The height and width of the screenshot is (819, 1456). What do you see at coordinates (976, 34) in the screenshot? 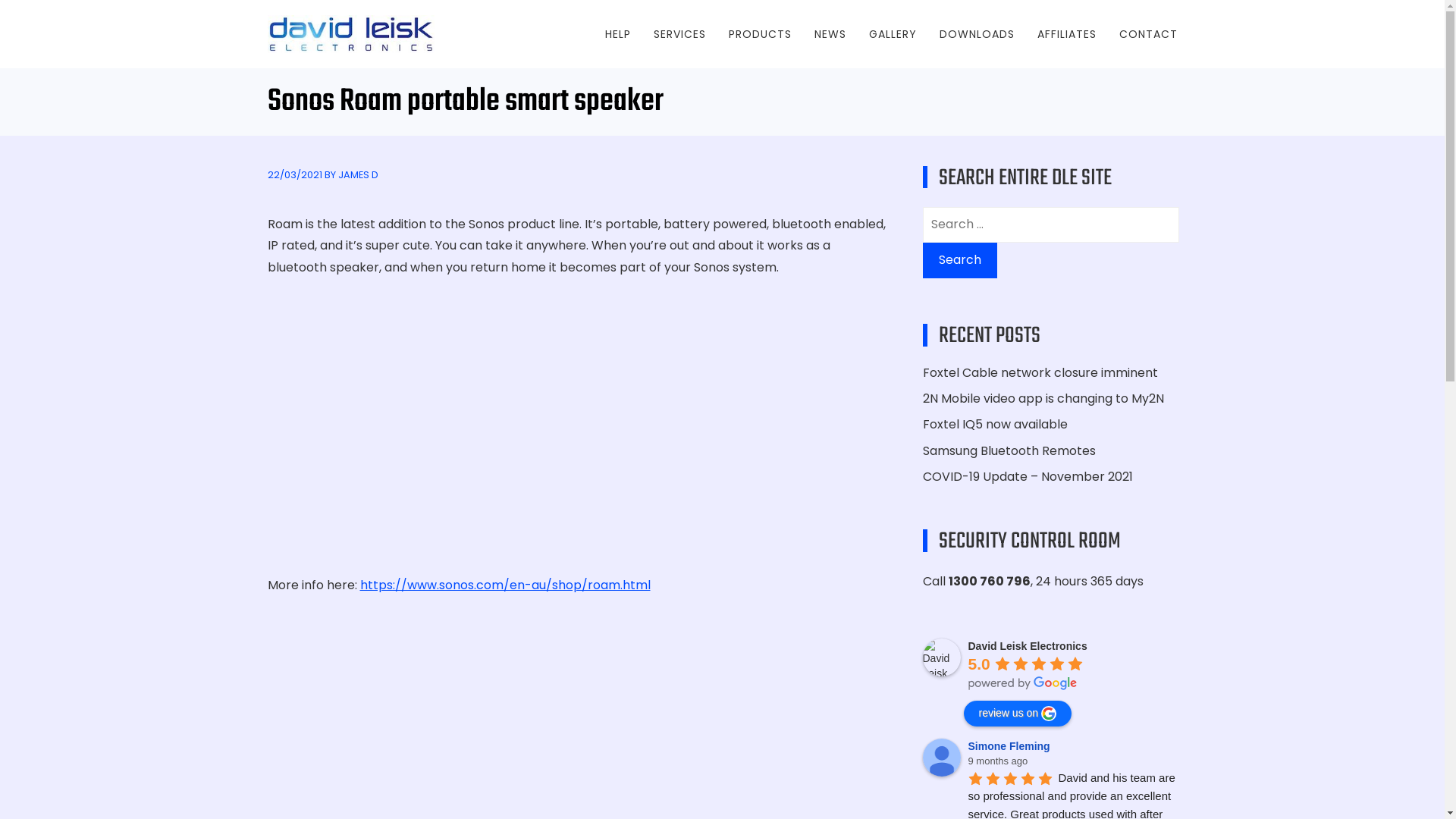
I see `'DOWNLOADS'` at bounding box center [976, 34].